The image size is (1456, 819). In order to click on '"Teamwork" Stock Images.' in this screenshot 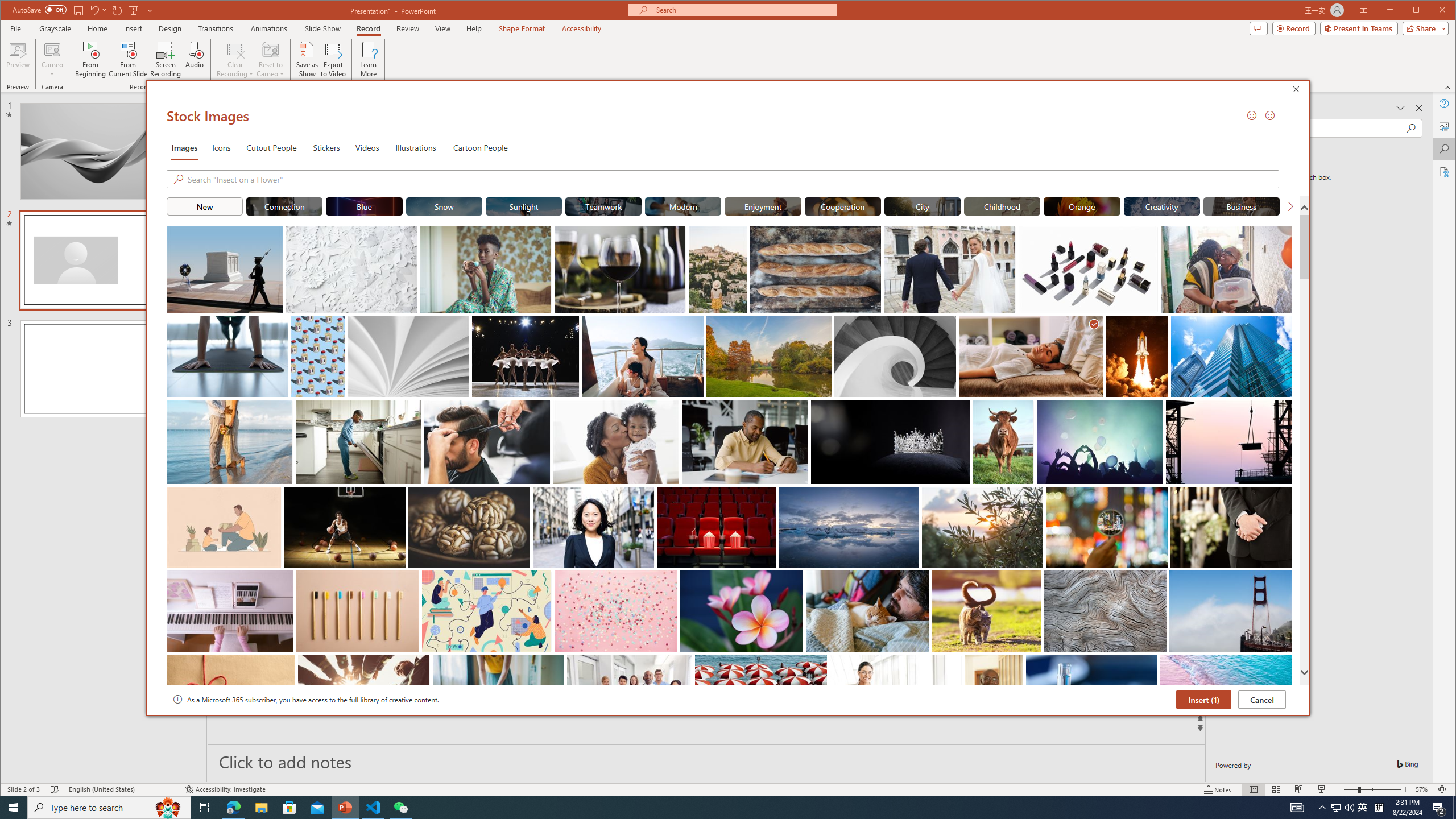, I will do `click(603, 205)`.